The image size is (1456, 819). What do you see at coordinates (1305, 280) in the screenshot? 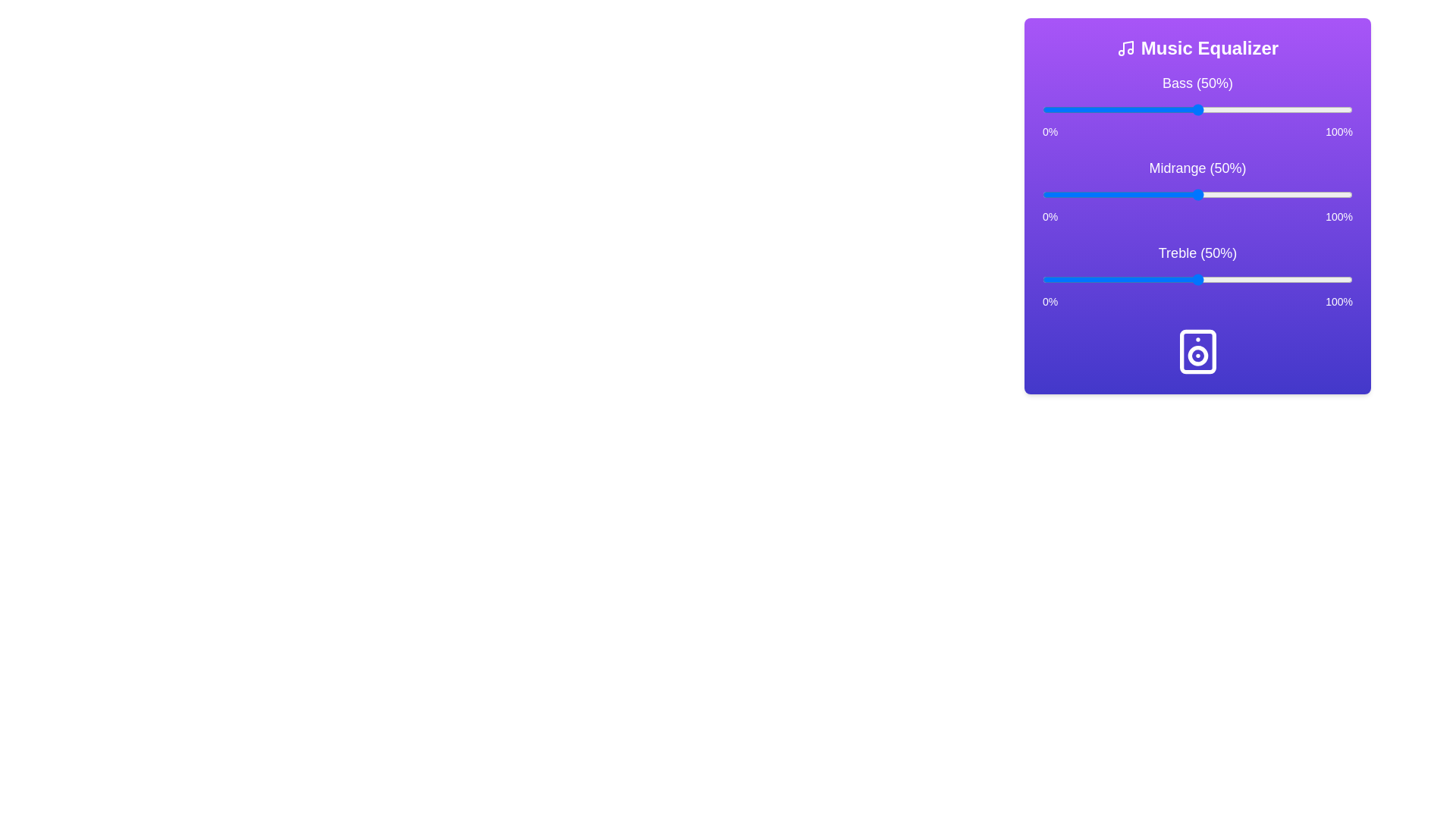
I see `the treble slider to 85%` at bounding box center [1305, 280].